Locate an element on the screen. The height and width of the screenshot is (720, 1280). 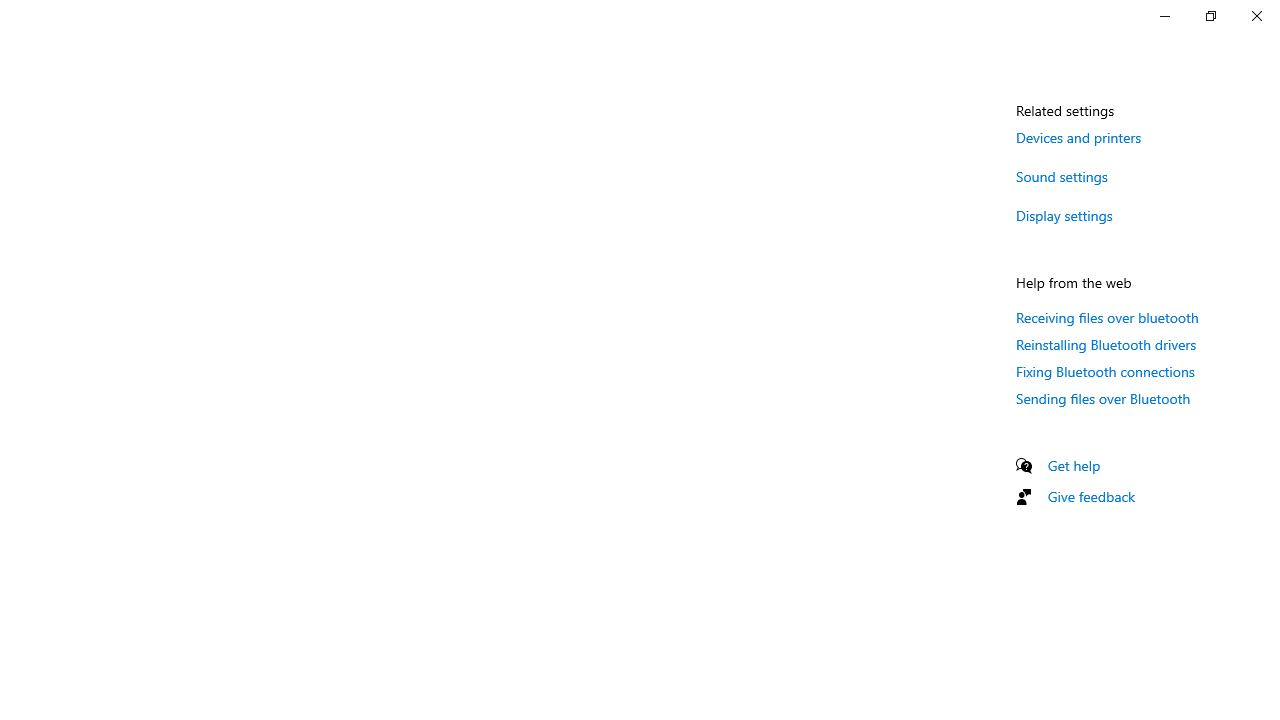
'Sending files over Bluetooth' is located at coordinates (1102, 398).